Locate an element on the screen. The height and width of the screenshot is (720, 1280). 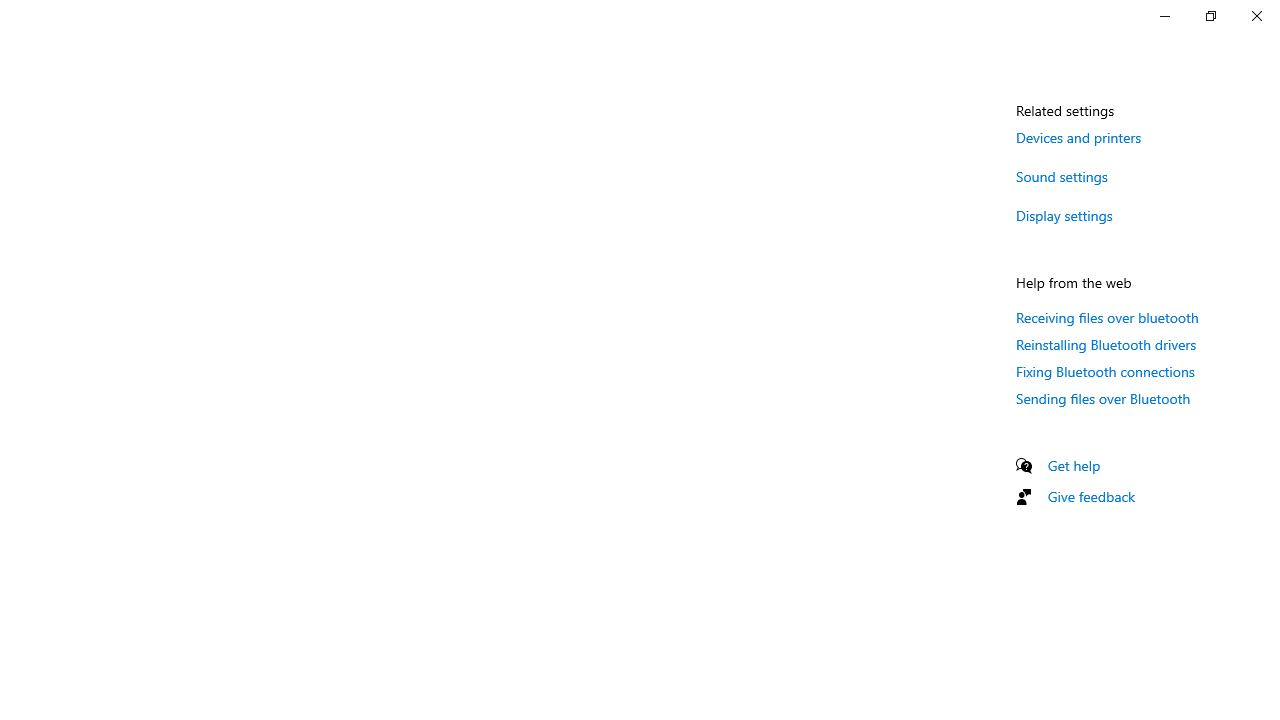
'Sending files over Bluetooth' is located at coordinates (1102, 398).